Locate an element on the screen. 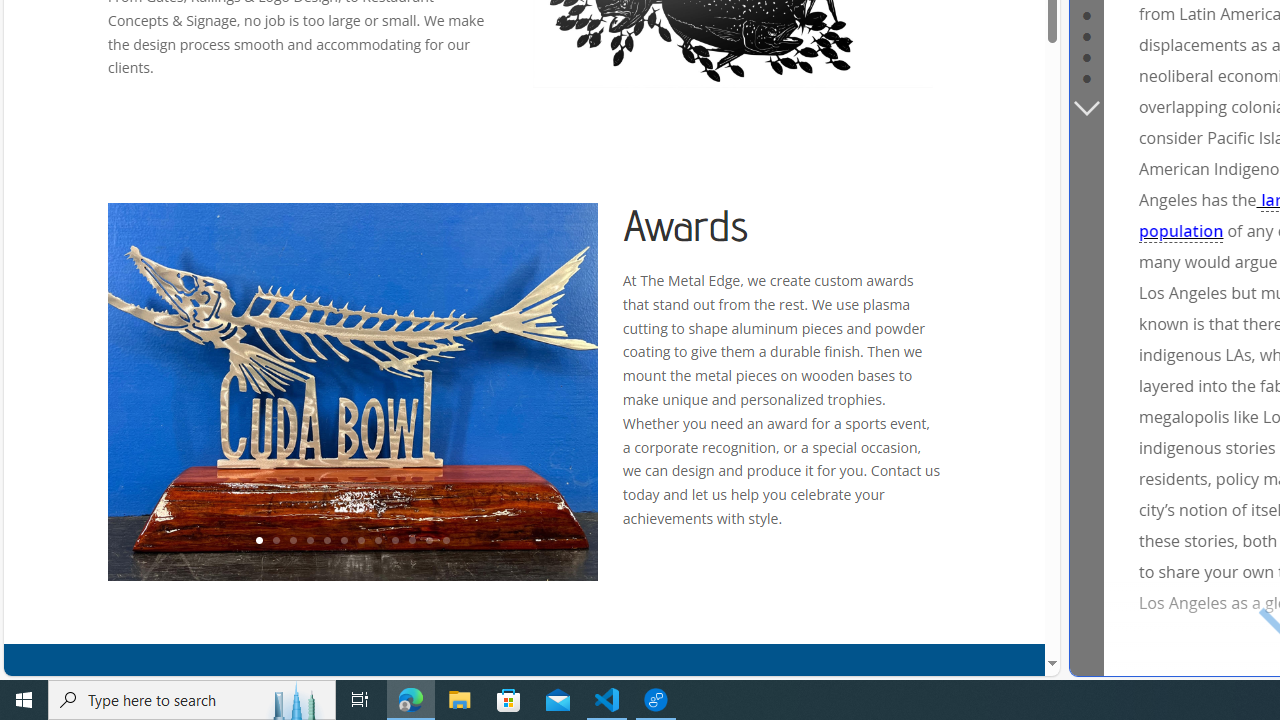 The width and height of the screenshot is (1280, 720). '8' is located at coordinates (377, 541).